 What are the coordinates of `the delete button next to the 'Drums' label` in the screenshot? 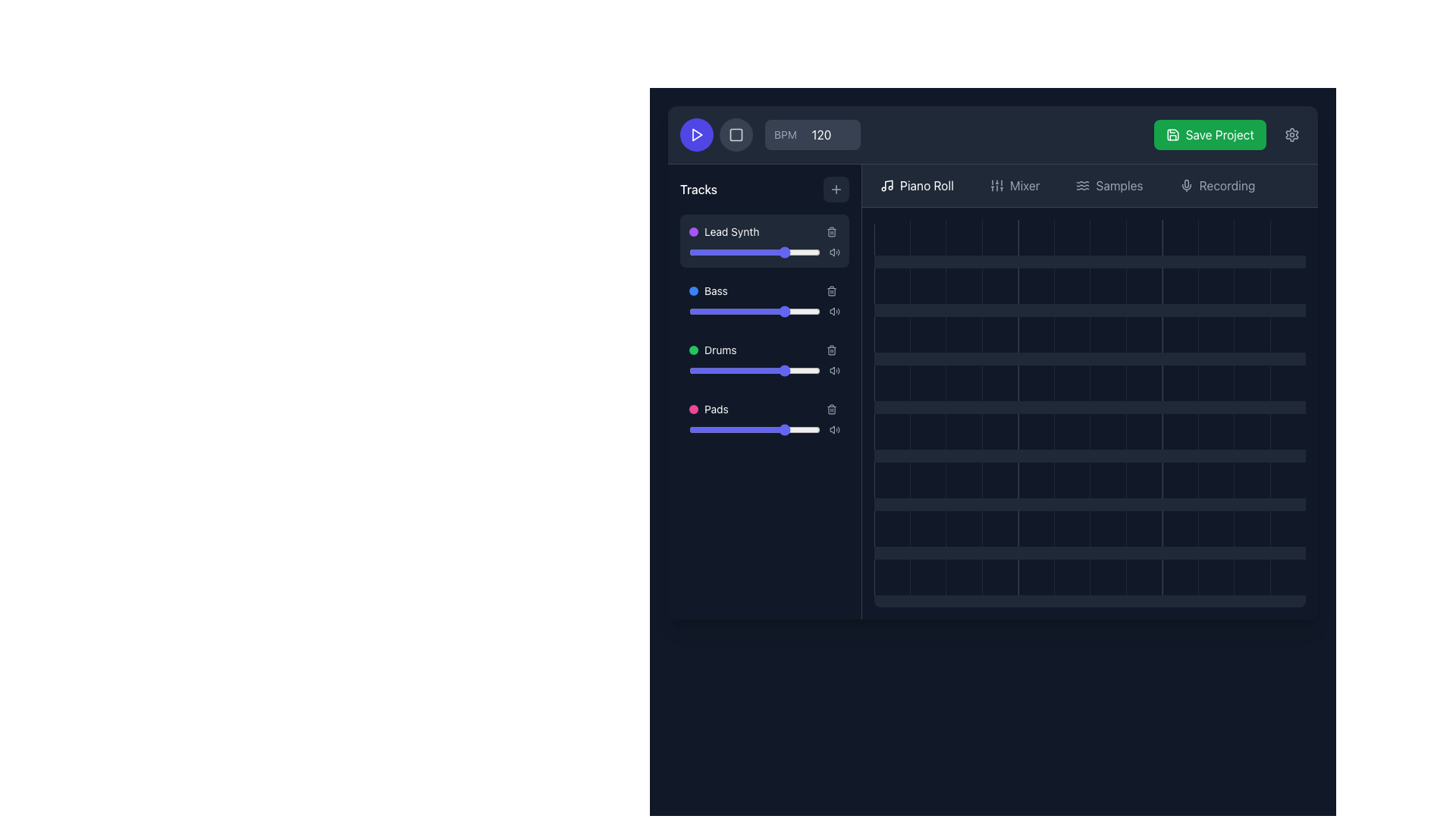 It's located at (831, 350).